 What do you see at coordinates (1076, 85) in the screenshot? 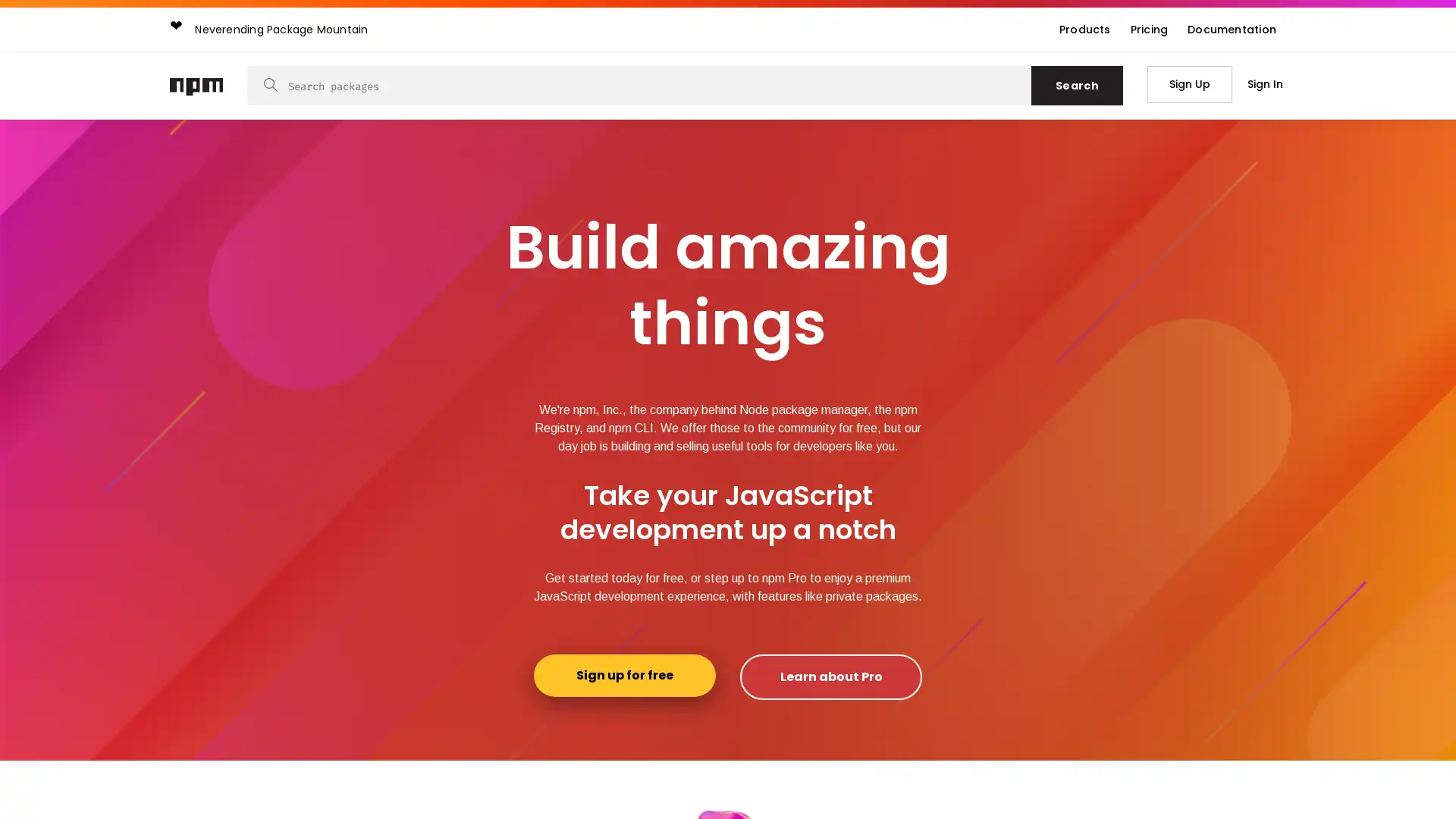
I see `Search` at bounding box center [1076, 85].